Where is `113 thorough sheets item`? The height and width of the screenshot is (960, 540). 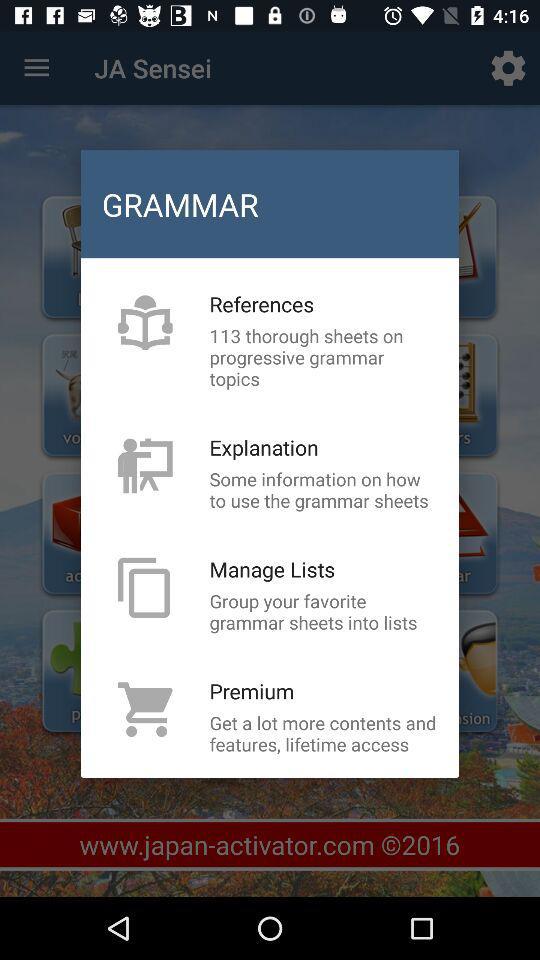
113 thorough sheets item is located at coordinates (323, 357).